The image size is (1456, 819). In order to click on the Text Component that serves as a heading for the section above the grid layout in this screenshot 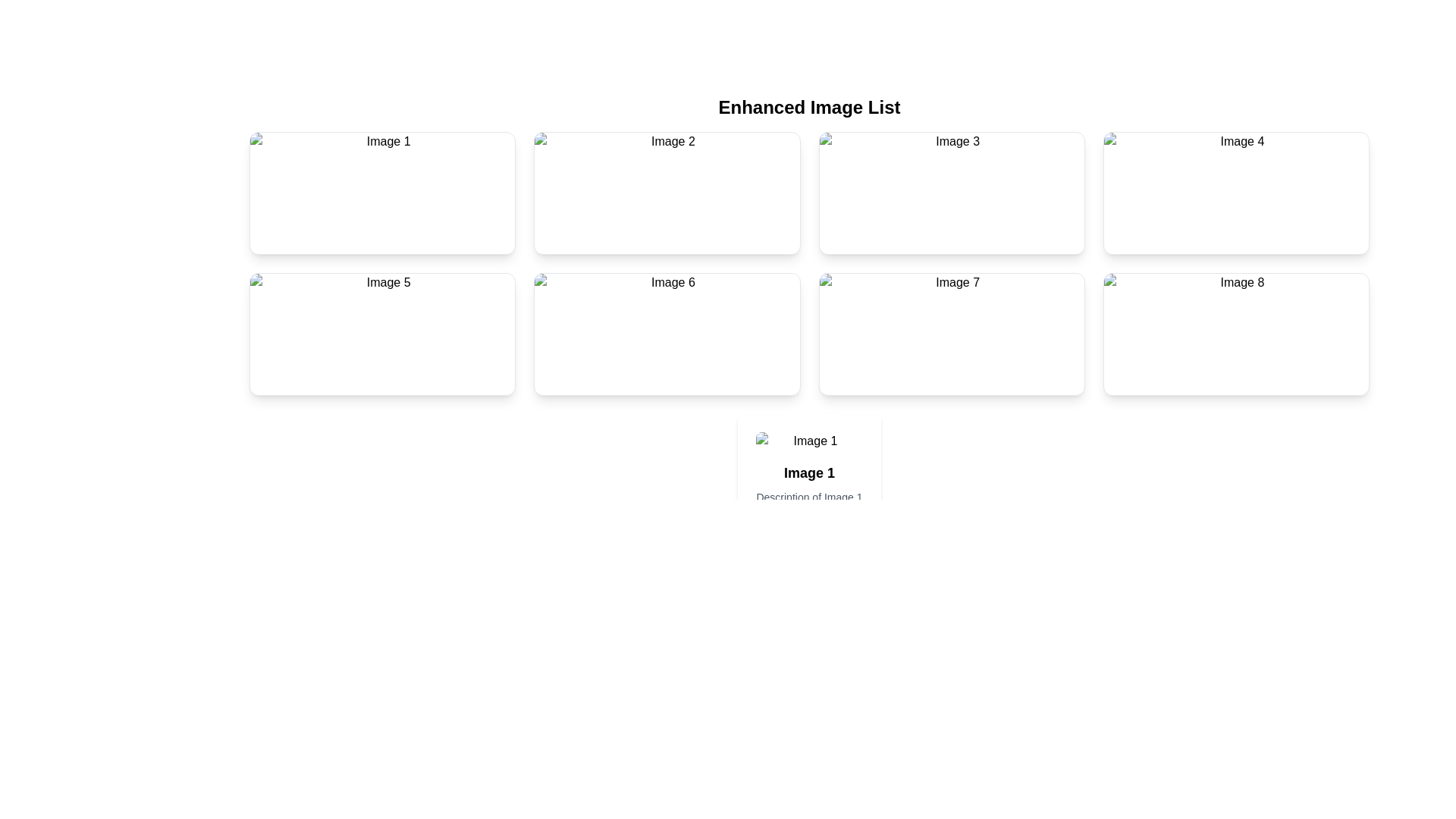, I will do `click(808, 107)`.